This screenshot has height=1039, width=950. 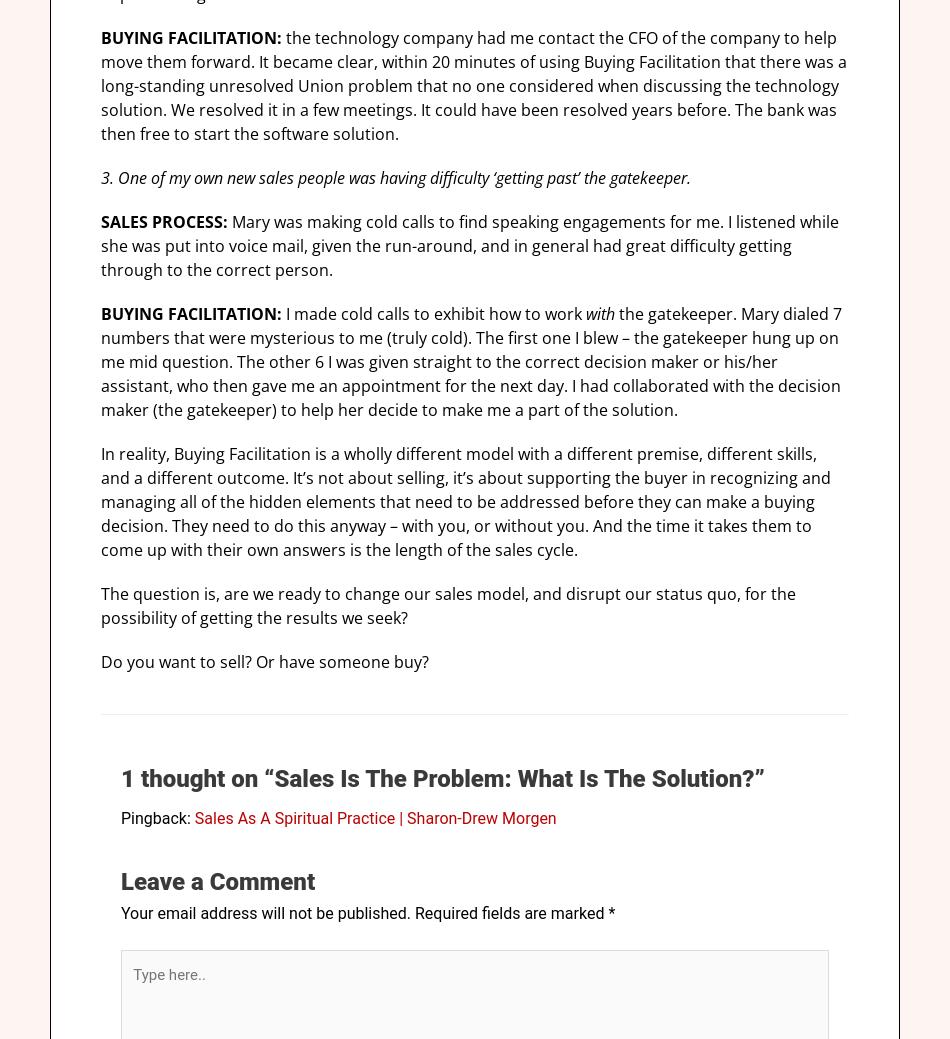 What do you see at coordinates (472, 85) in the screenshot?
I see `'the technology company had me contact the CFO of the company to help move them forward. It became clear, within 20 minutes of using Buying Facilitation that there was a long-standing unresolved Union problem that no one considered when discussing the technology solution. We resolved it in a few meetings. It could have been resolved years before. The bank was then free to start the software solution.'` at bounding box center [472, 85].